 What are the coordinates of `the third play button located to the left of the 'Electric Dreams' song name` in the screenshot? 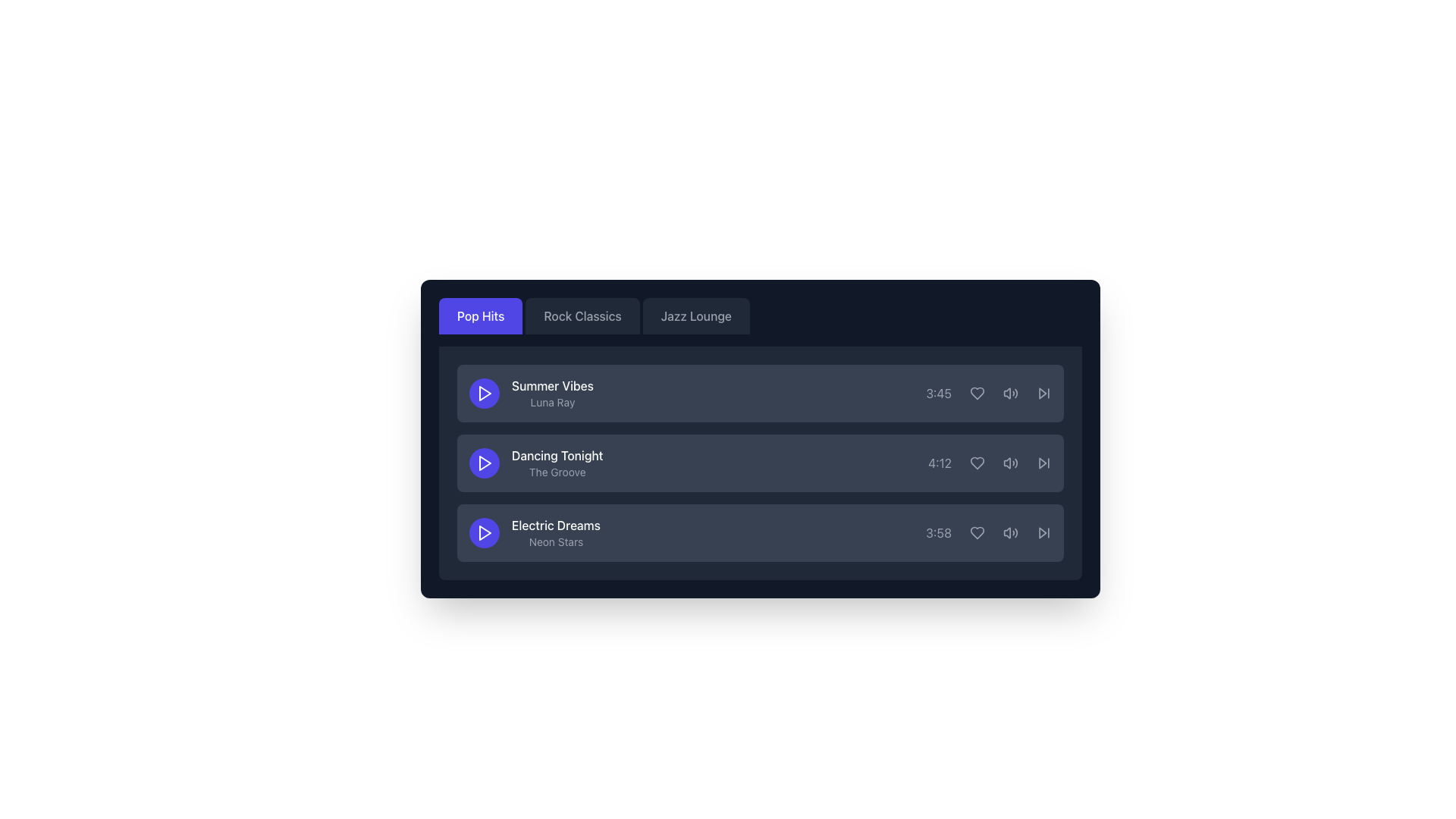 It's located at (484, 532).